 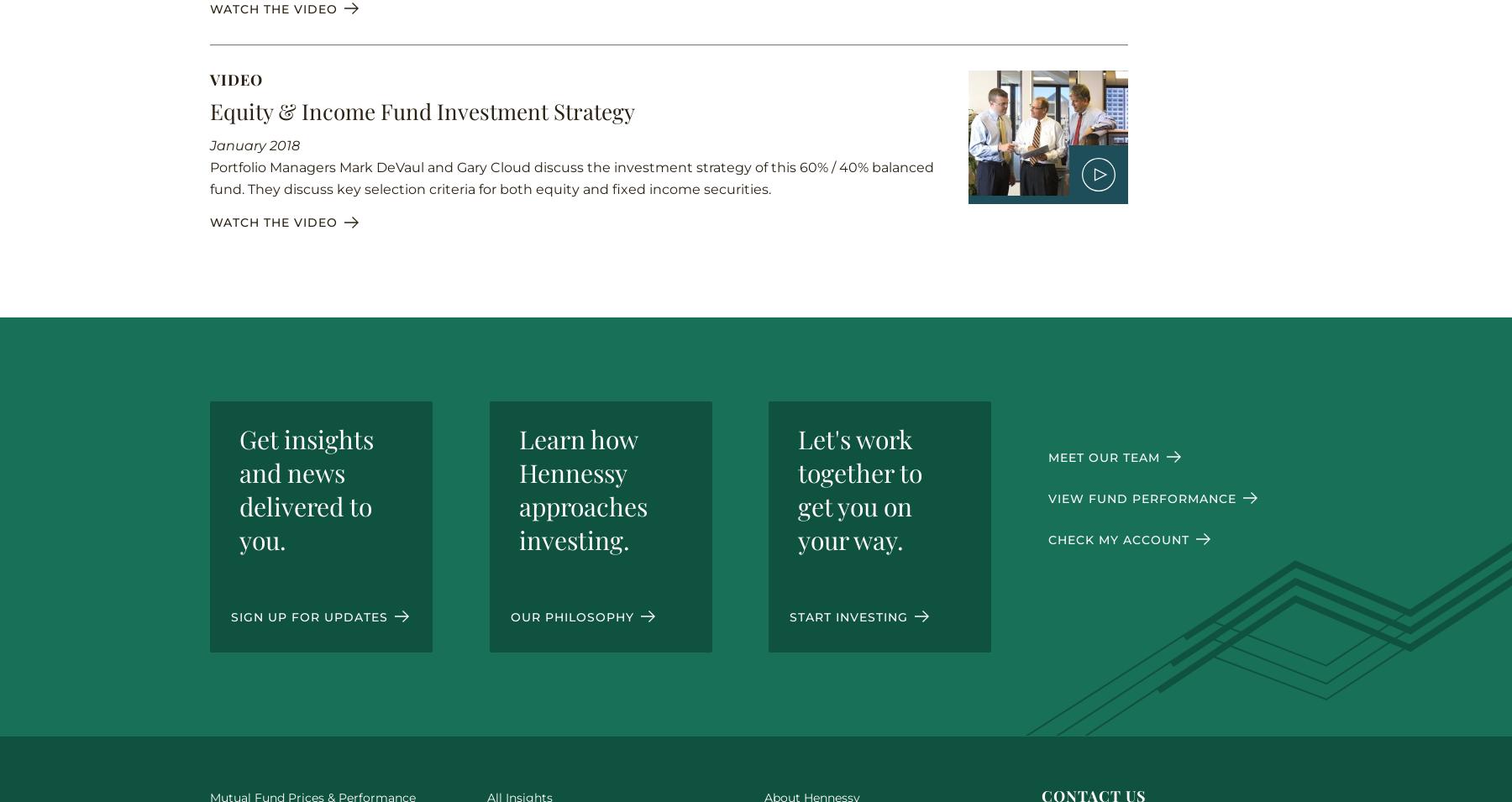 I want to click on 'Our Philosophy', so click(x=572, y=616).